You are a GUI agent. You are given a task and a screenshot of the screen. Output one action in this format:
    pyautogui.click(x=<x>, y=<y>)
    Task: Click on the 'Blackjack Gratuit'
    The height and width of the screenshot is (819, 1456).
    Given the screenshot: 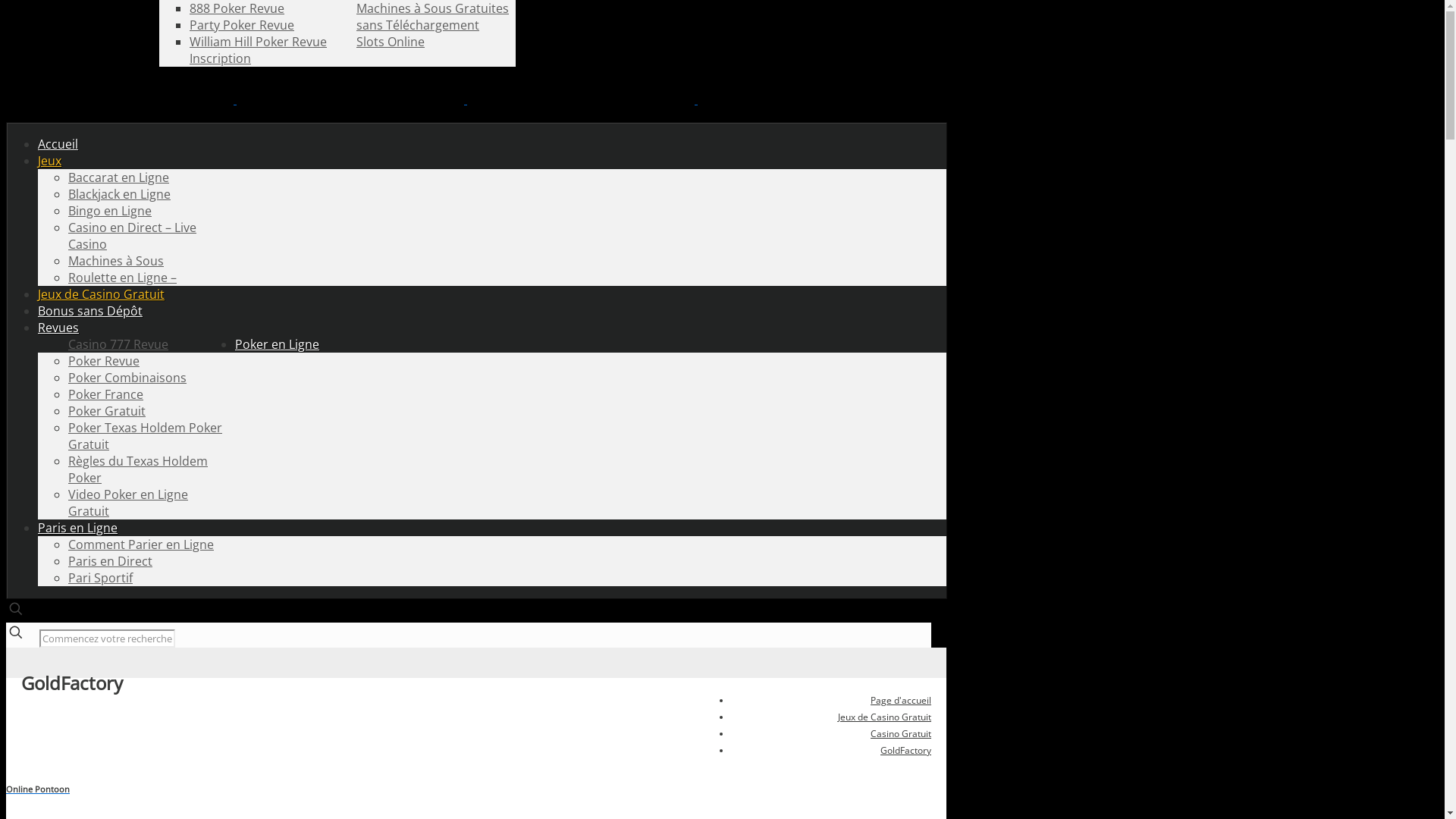 What is the action you would take?
    pyautogui.click(x=236, y=8)
    